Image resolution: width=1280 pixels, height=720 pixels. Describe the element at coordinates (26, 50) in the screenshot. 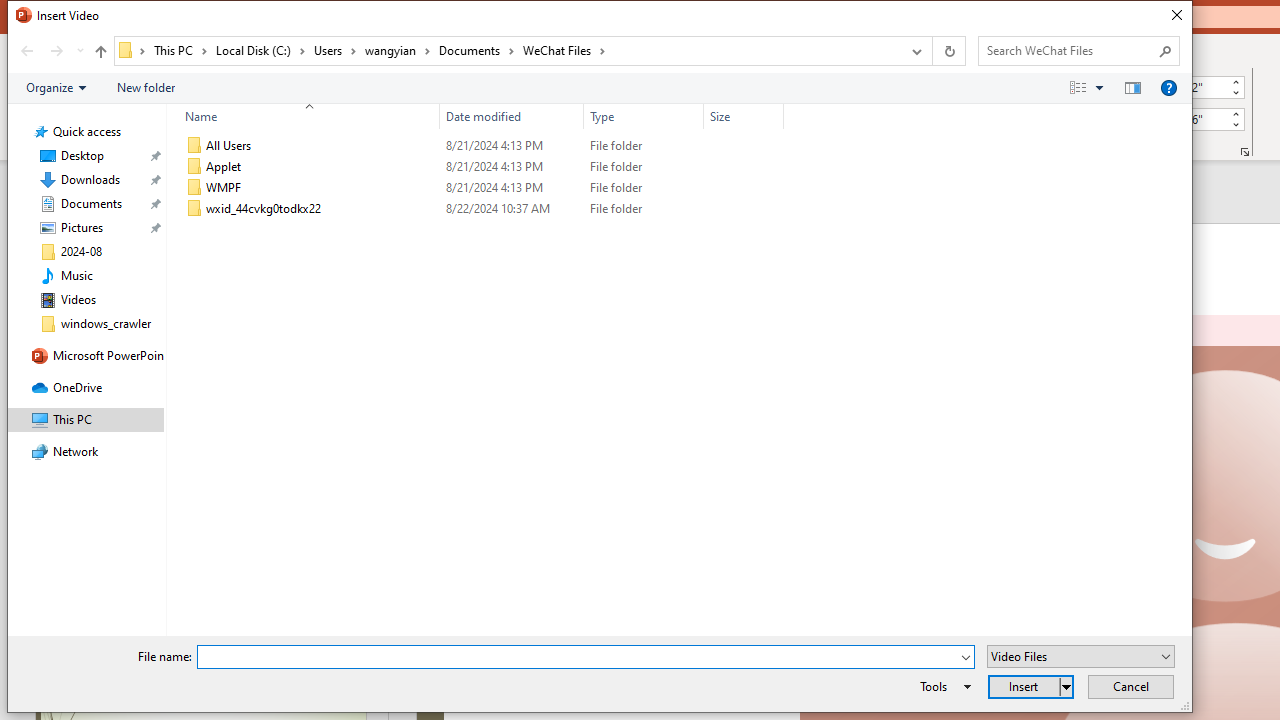

I see `'Back (Alt + Left Arrow)'` at that location.